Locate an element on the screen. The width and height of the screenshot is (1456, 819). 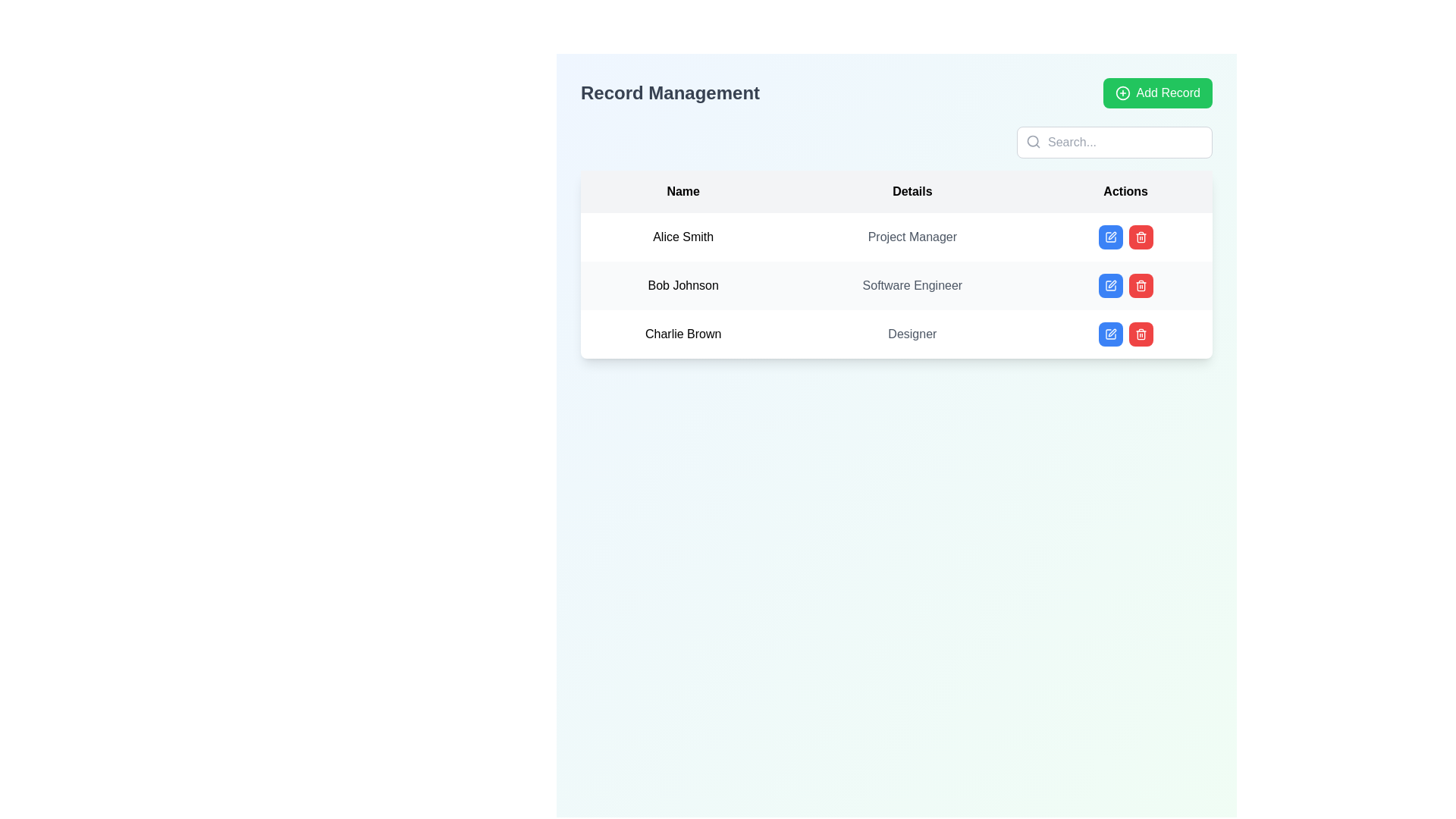
text in the table header row which labels the columns as 'Name', 'Details', and 'Actions' is located at coordinates (896, 191).